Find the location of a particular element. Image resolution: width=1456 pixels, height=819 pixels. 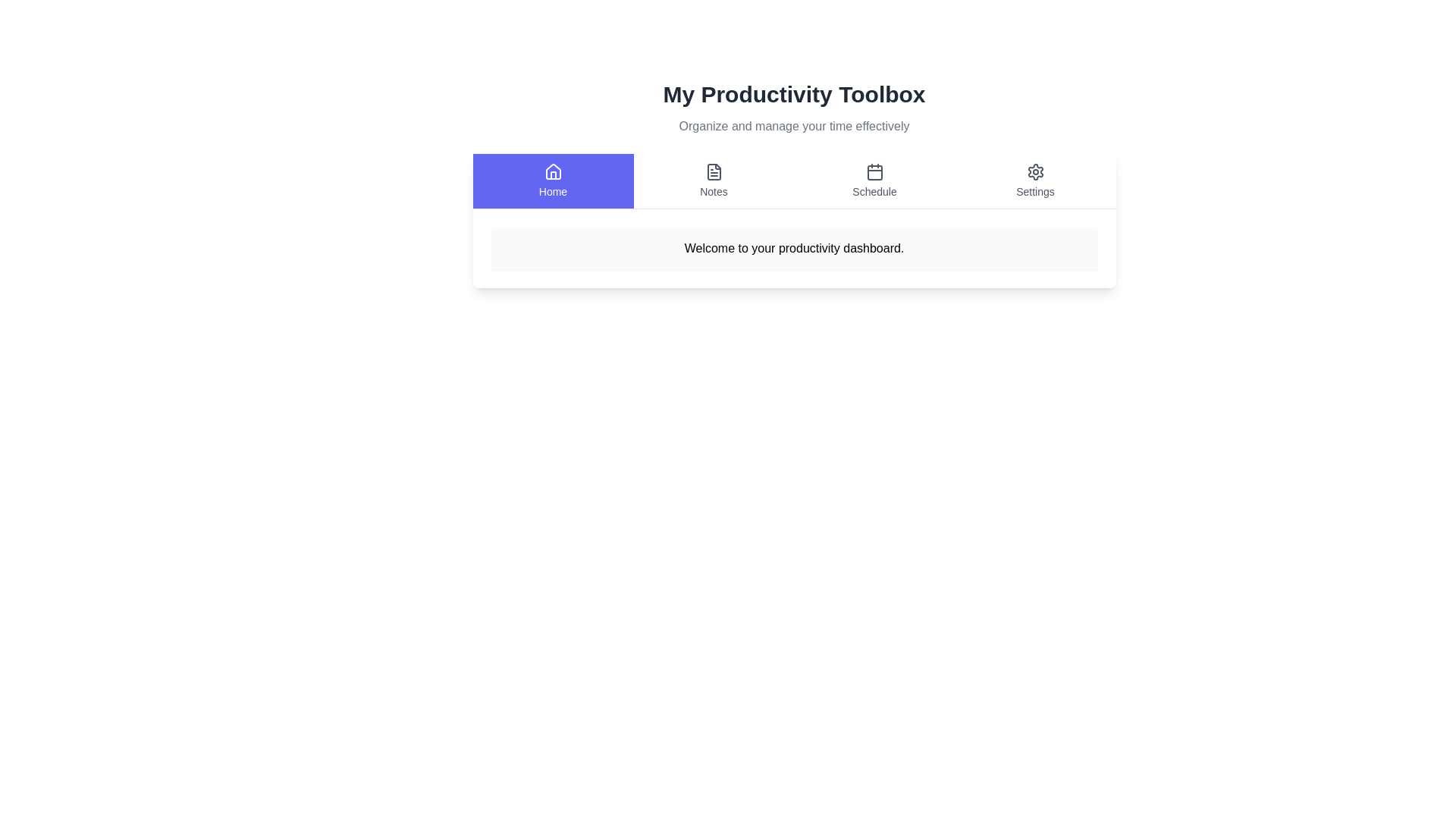

the calendar icon located below the 'My Productivity Toolbox' header is located at coordinates (874, 171).